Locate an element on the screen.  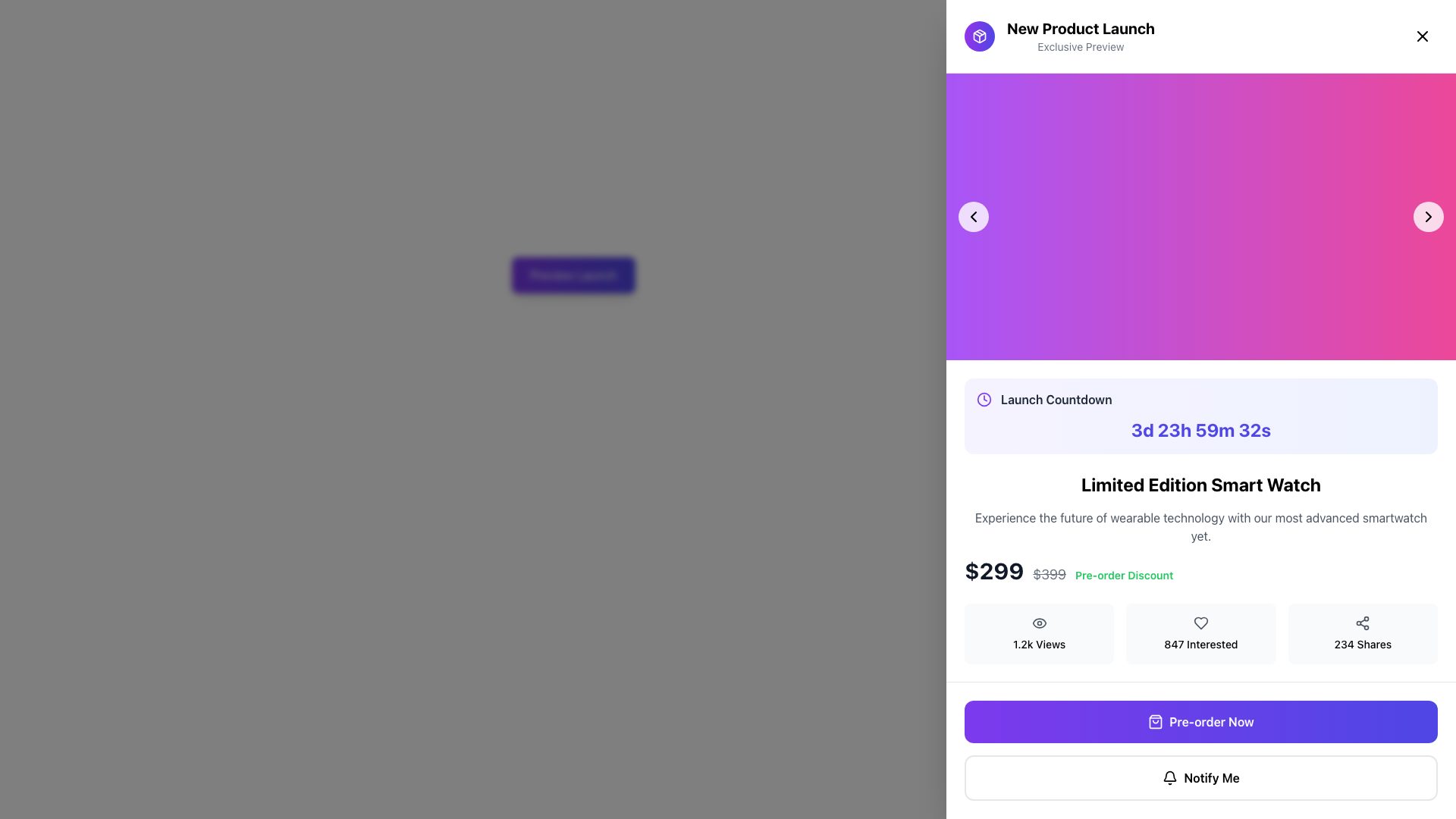
the informational block displaying '847 Interested' with a heart icon, positioned centrally between the '1.2k Views' and '234 Shares' blocks is located at coordinates (1200, 634).